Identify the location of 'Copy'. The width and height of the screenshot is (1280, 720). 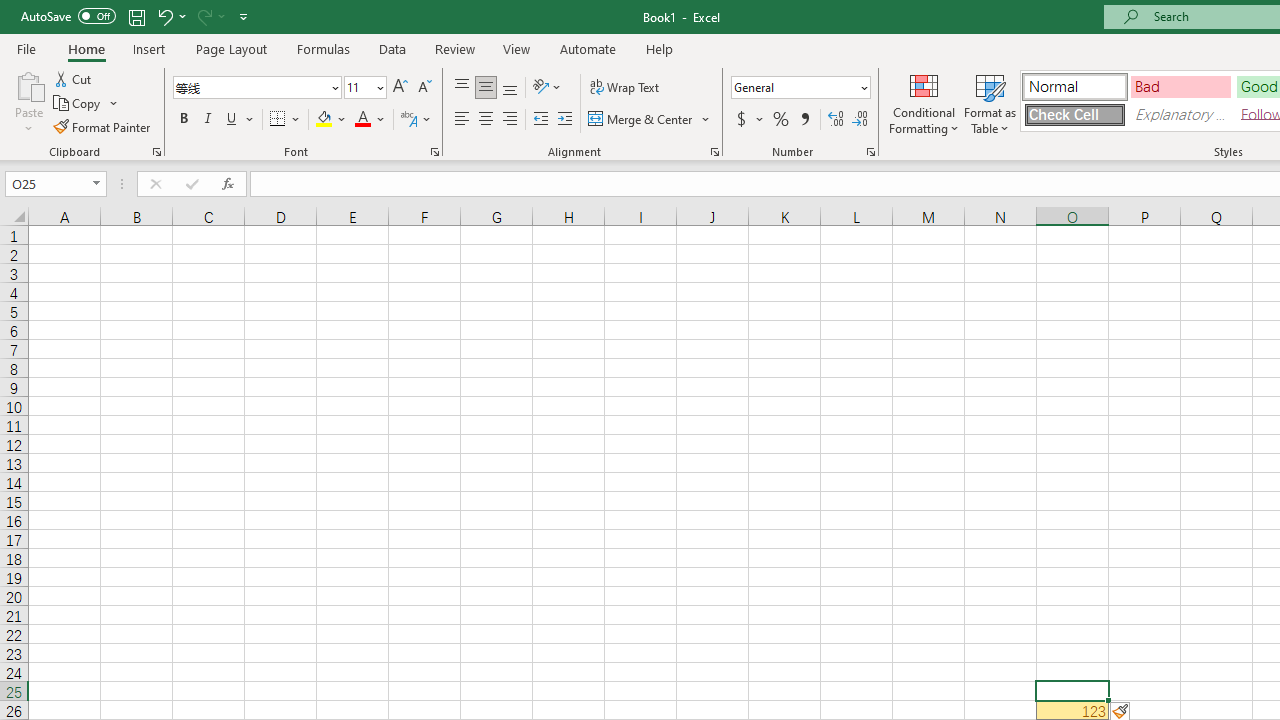
(78, 103).